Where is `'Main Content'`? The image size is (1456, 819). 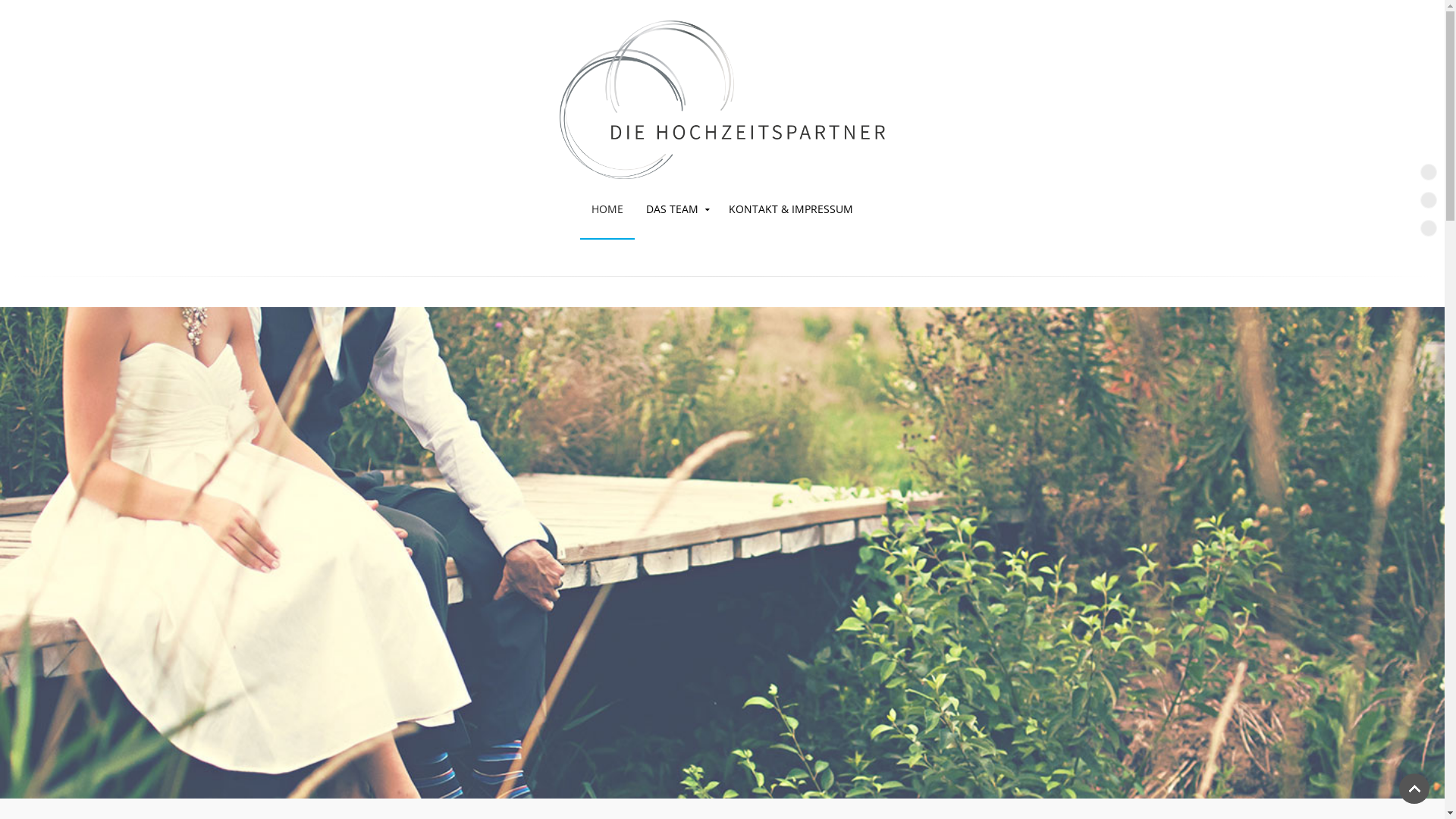
'Main Content' is located at coordinates (1427, 227).